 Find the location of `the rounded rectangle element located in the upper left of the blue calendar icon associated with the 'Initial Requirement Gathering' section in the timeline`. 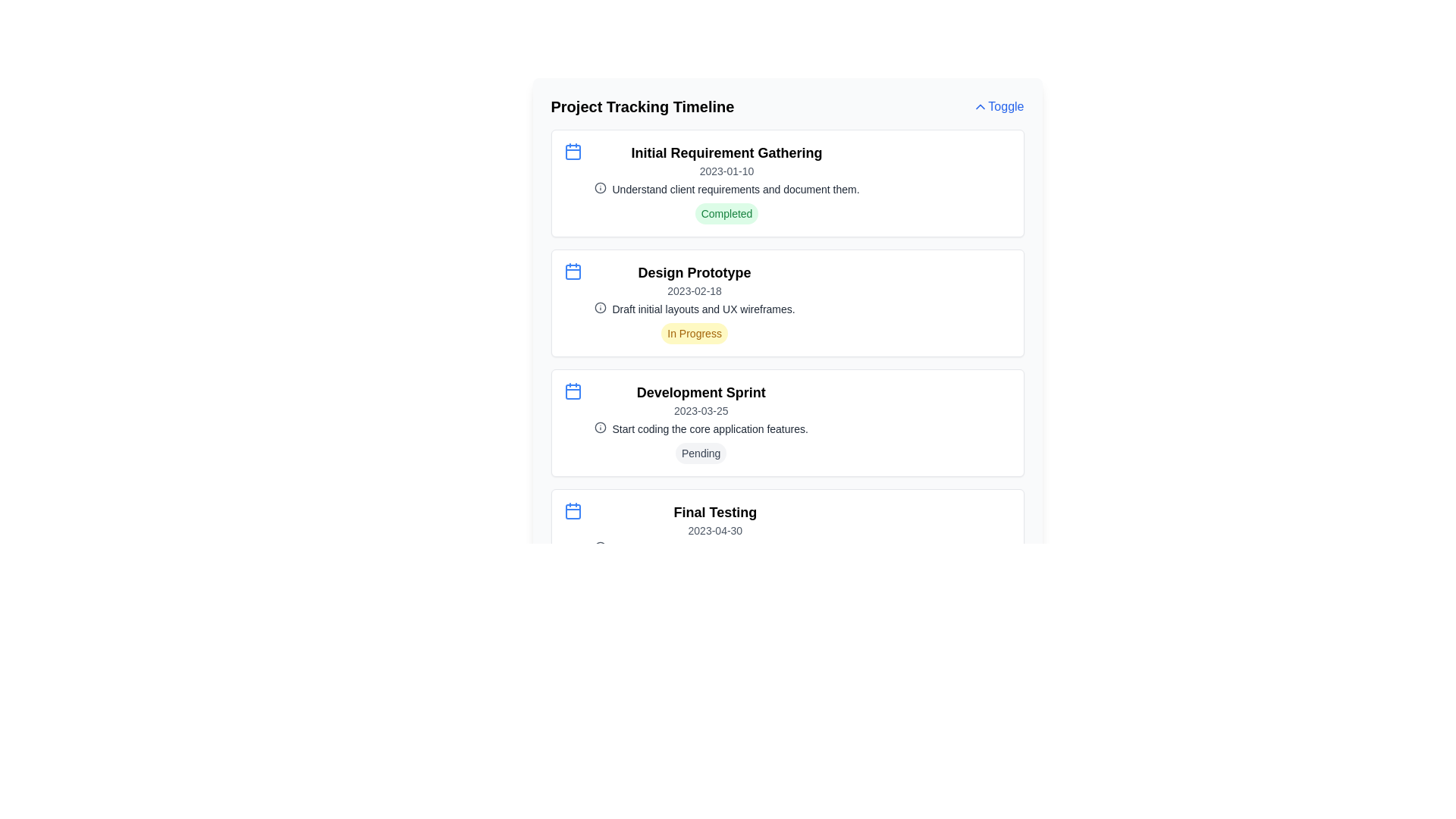

the rounded rectangle element located in the upper left of the blue calendar icon associated with the 'Initial Requirement Gathering' section in the timeline is located at coordinates (572, 152).